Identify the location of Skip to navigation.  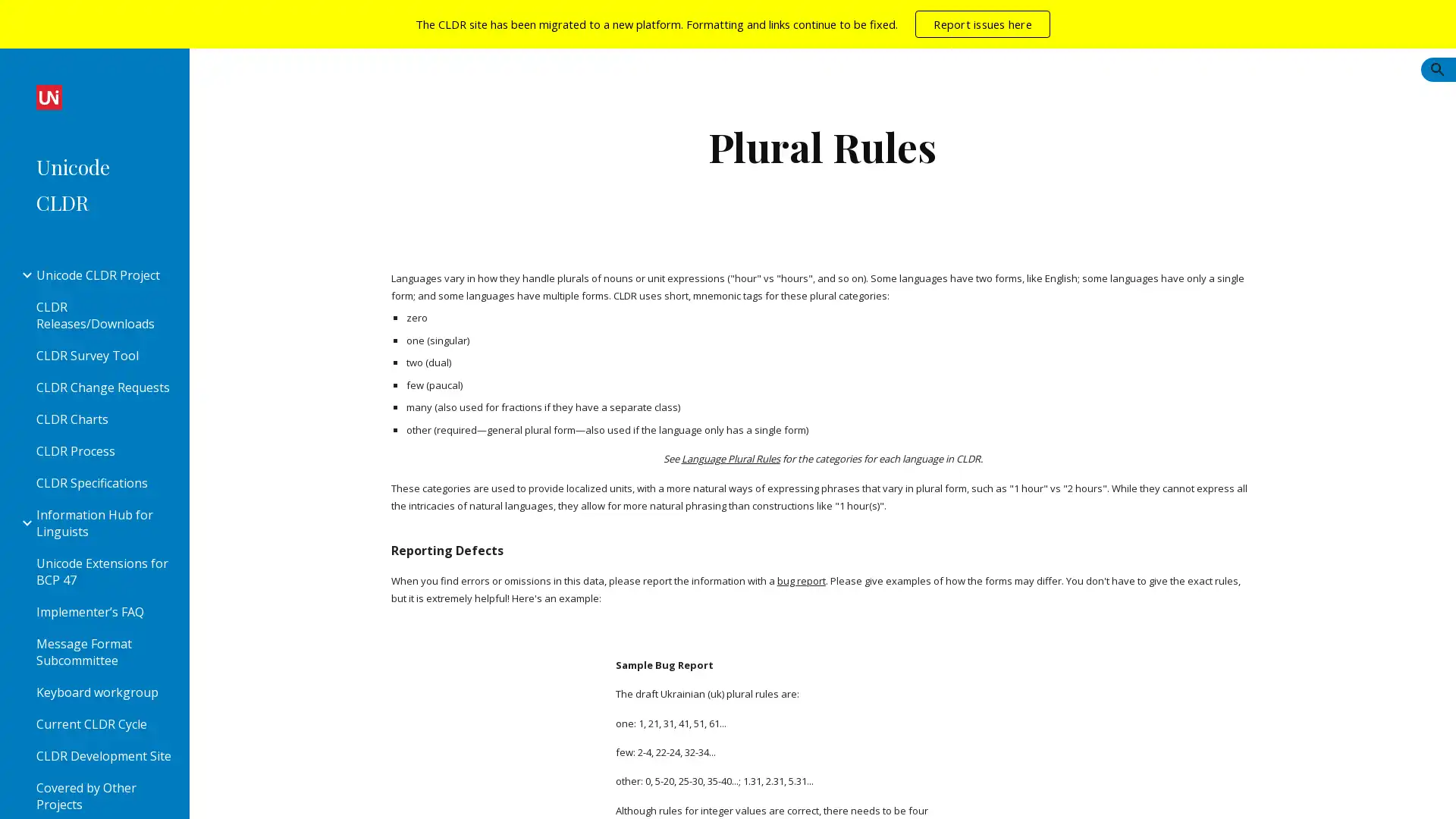
(864, 28).